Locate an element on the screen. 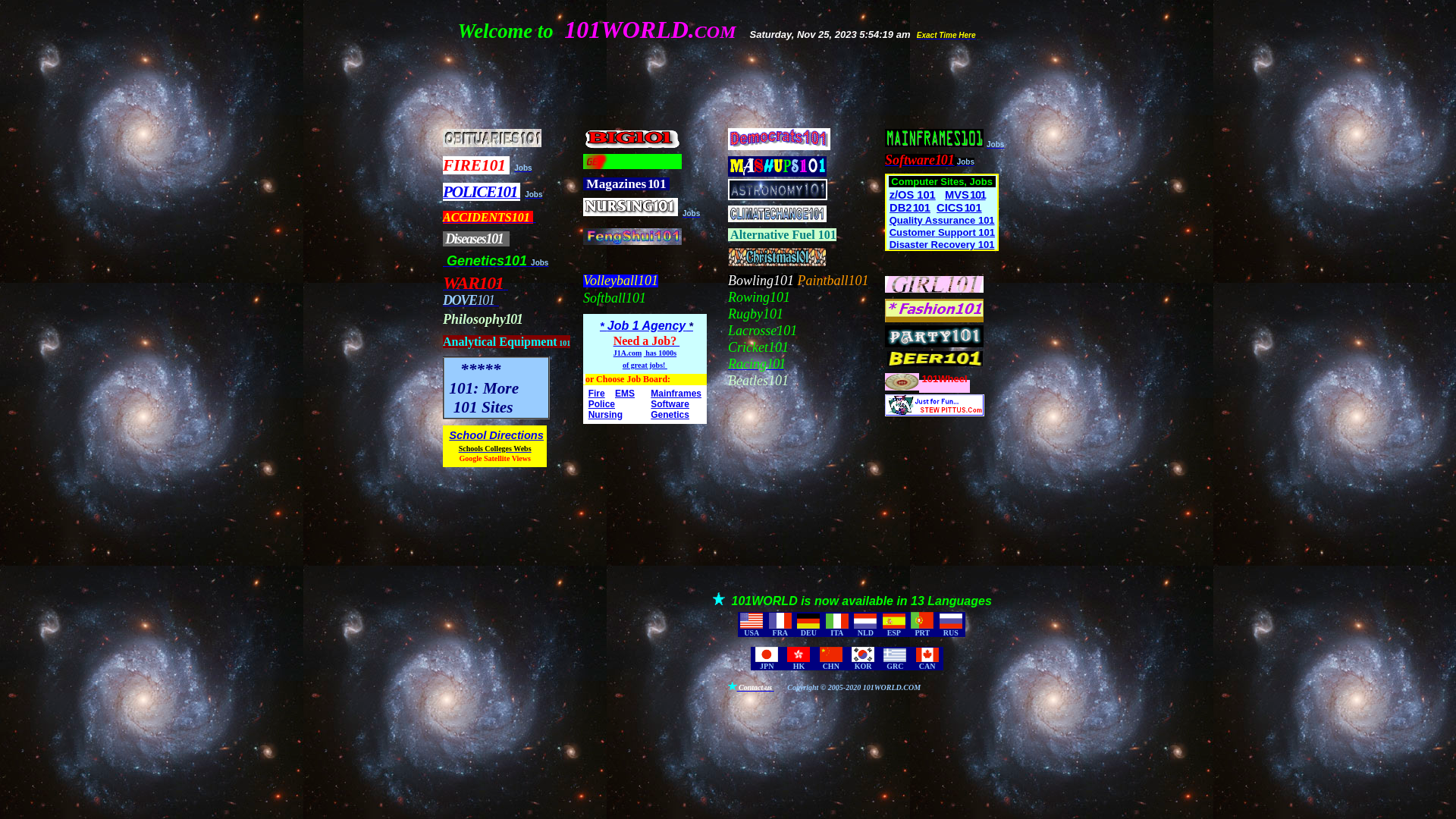  'FRA' is located at coordinates (780, 632).